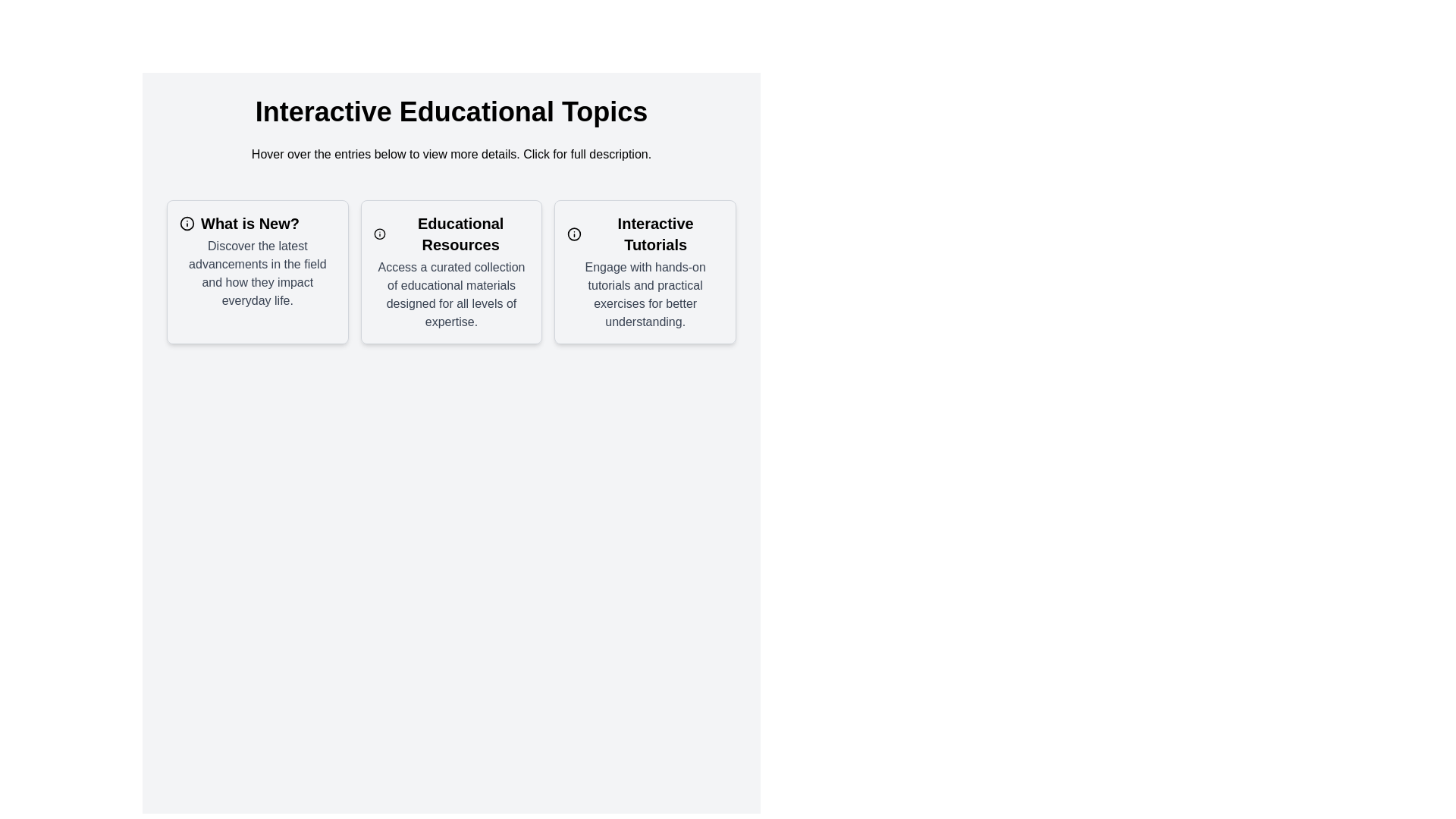 The height and width of the screenshot is (819, 1456). Describe the element at coordinates (645, 295) in the screenshot. I see `the text label displaying 'Engage with hands-on tutorials and practical exercises for better understanding.' located in the 'Interactive Tutorials' card component` at that location.